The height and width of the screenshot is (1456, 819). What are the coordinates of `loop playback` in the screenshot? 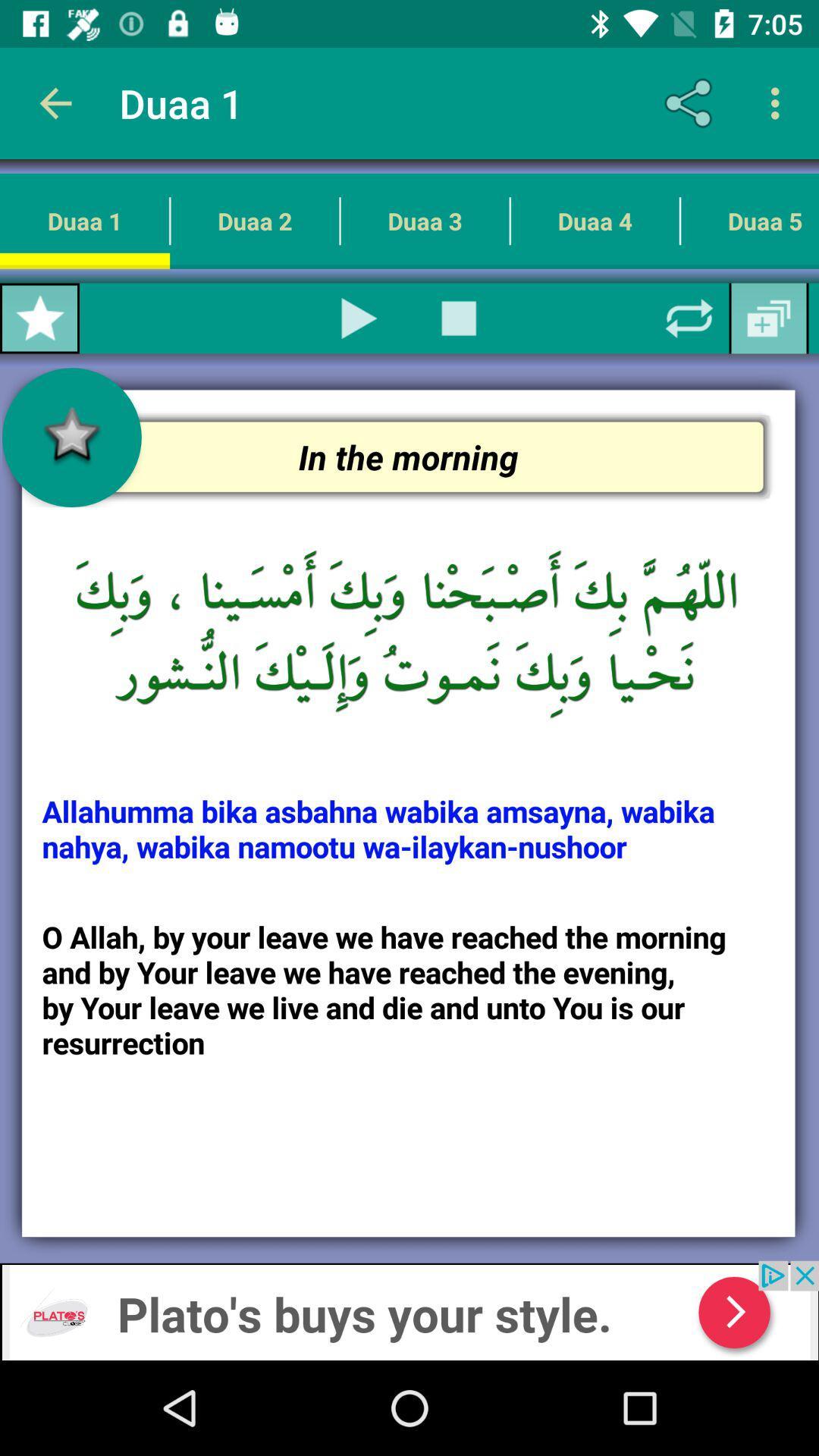 It's located at (689, 318).